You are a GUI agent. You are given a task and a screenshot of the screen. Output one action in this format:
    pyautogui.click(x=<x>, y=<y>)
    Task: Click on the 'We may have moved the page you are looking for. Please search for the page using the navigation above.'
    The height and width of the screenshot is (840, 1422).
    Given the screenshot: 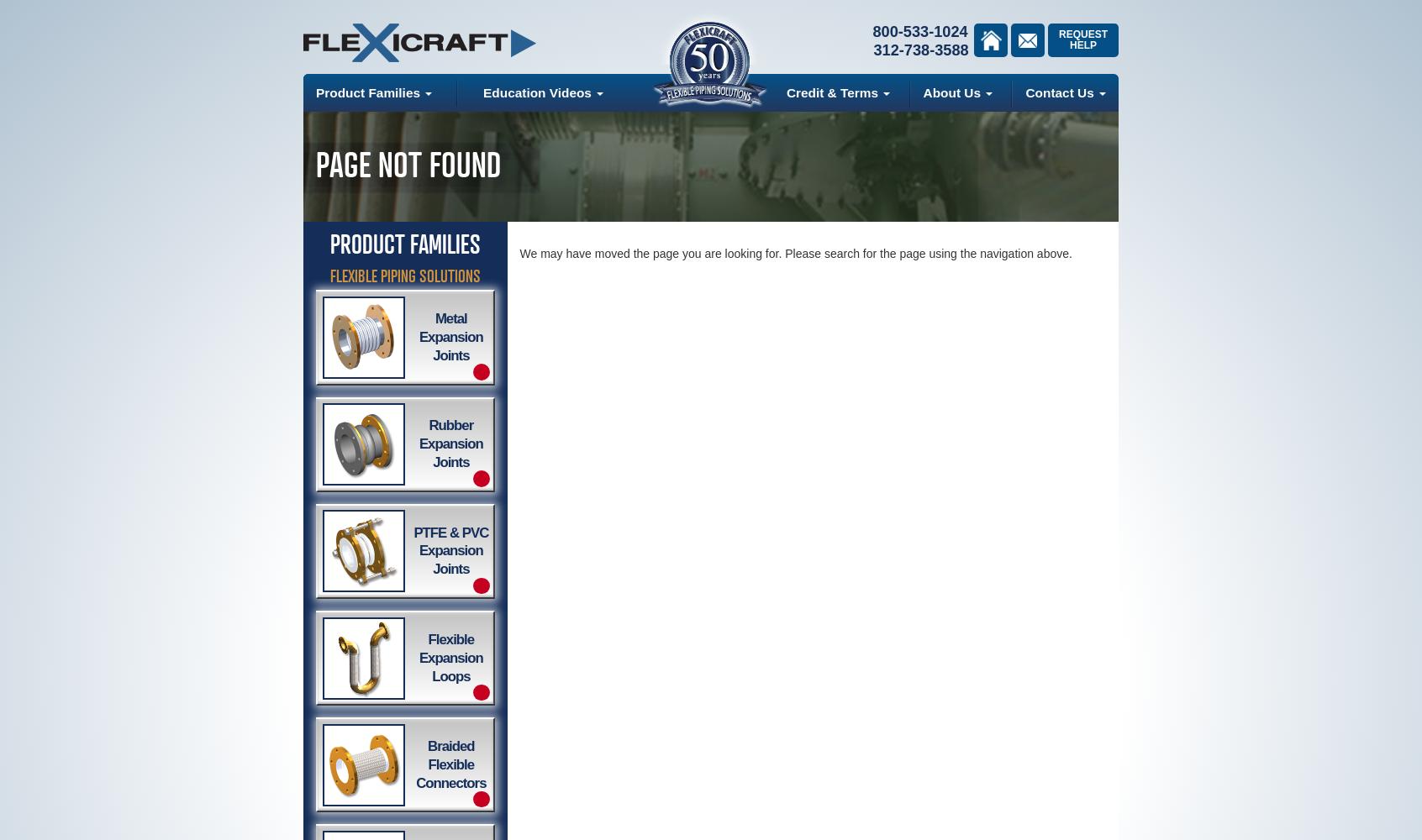 What is the action you would take?
    pyautogui.click(x=795, y=253)
    